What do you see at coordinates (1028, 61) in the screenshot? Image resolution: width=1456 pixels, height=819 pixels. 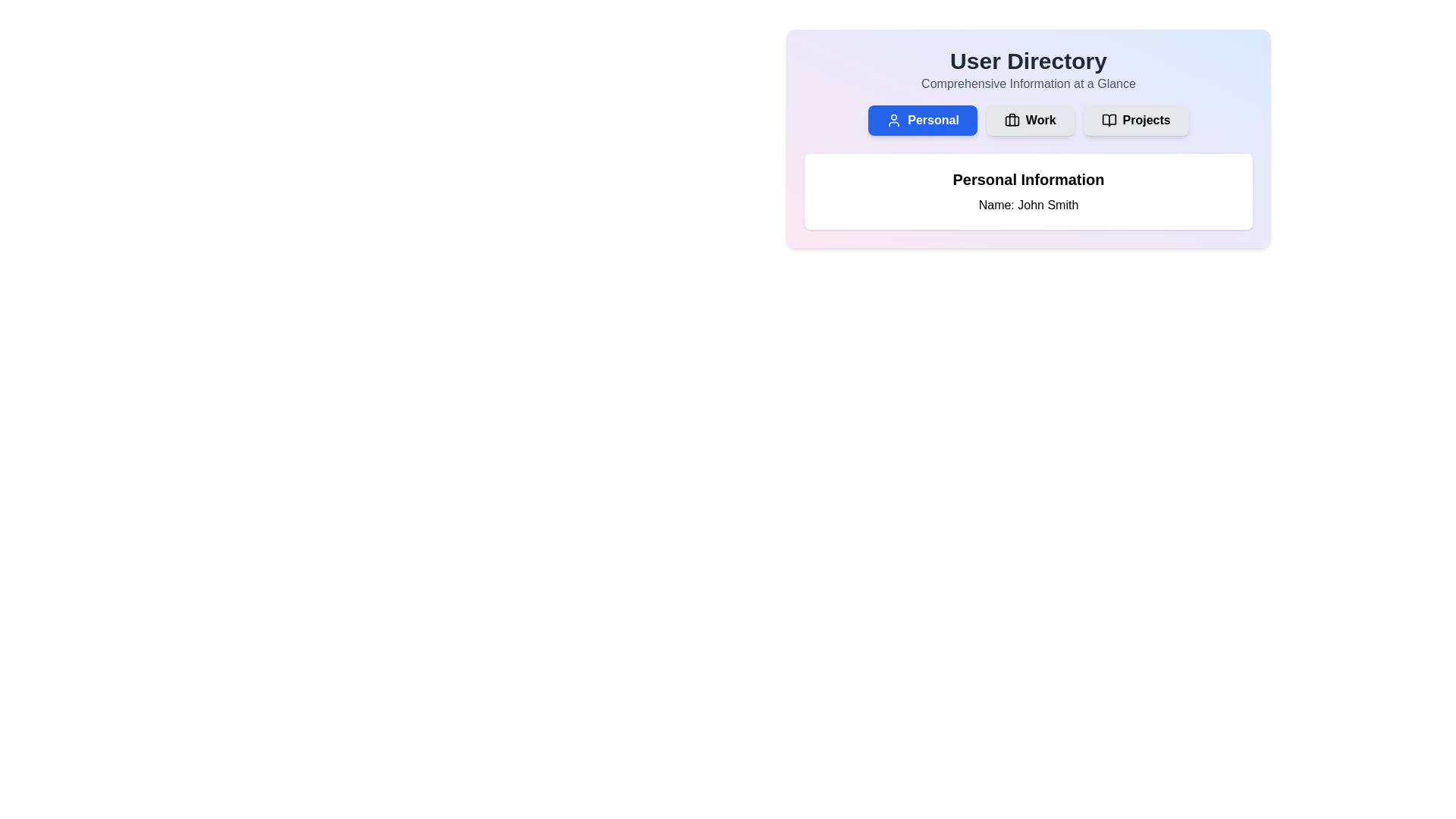 I see `the 'User Directory' text label that serves as the title or header for the section, positioned above the line 'Comprehensive Information at a Glance'` at bounding box center [1028, 61].